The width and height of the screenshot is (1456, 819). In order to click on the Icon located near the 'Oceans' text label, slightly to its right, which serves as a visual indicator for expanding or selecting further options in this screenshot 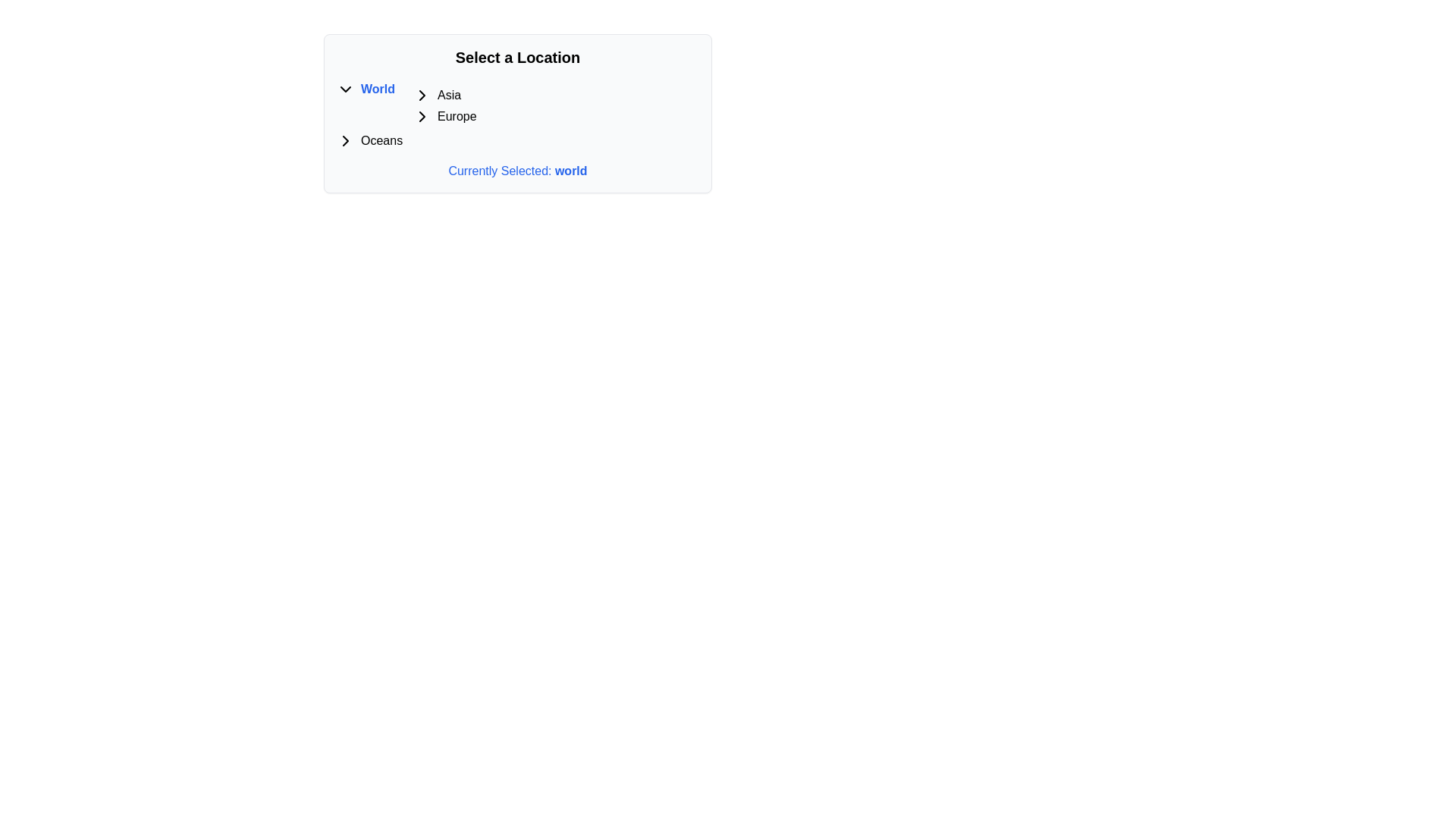, I will do `click(345, 140)`.